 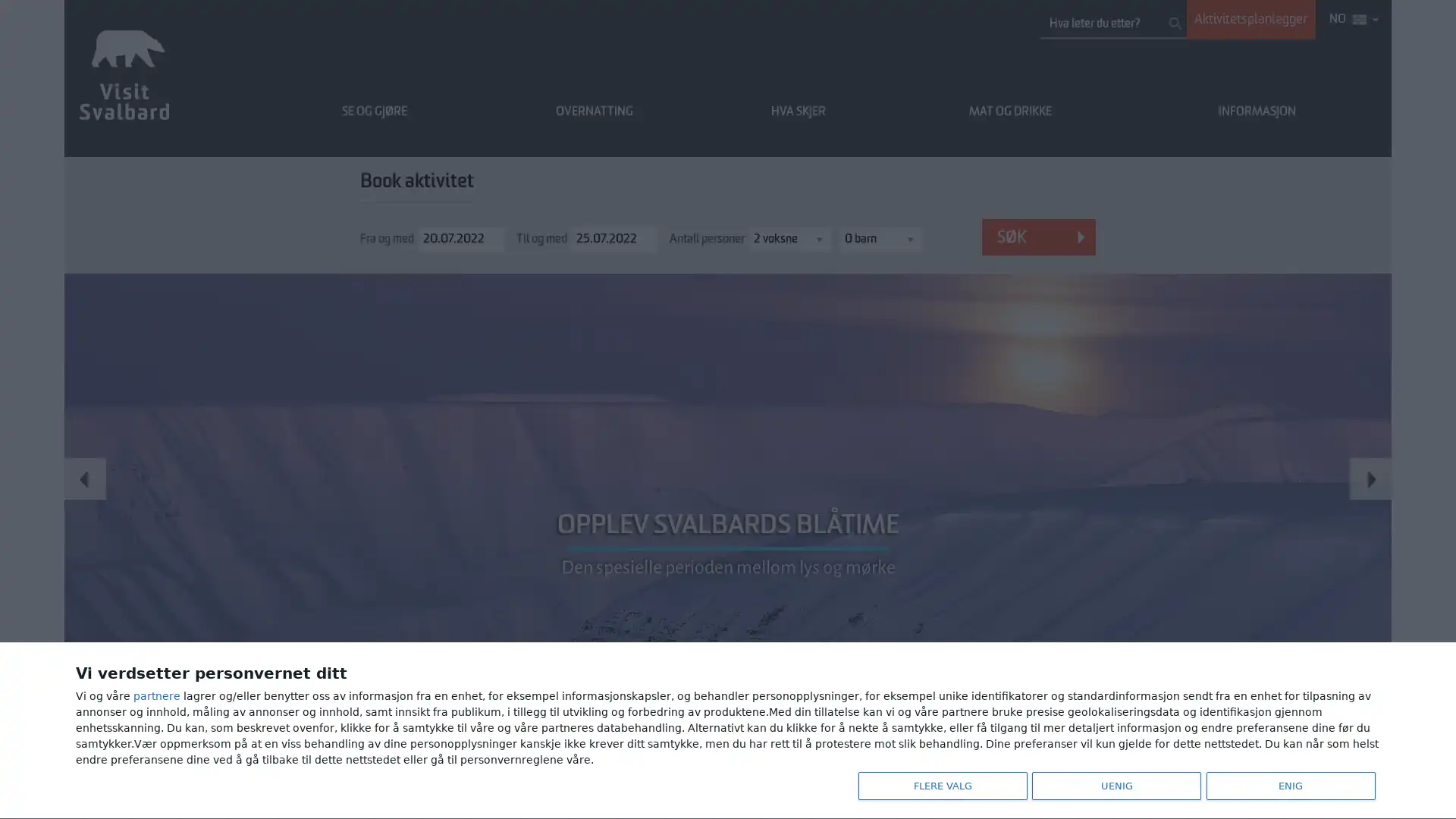 What do you see at coordinates (1113, 784) in the screenshot?
I see `UENIG` at bounding box center [1113, 784].